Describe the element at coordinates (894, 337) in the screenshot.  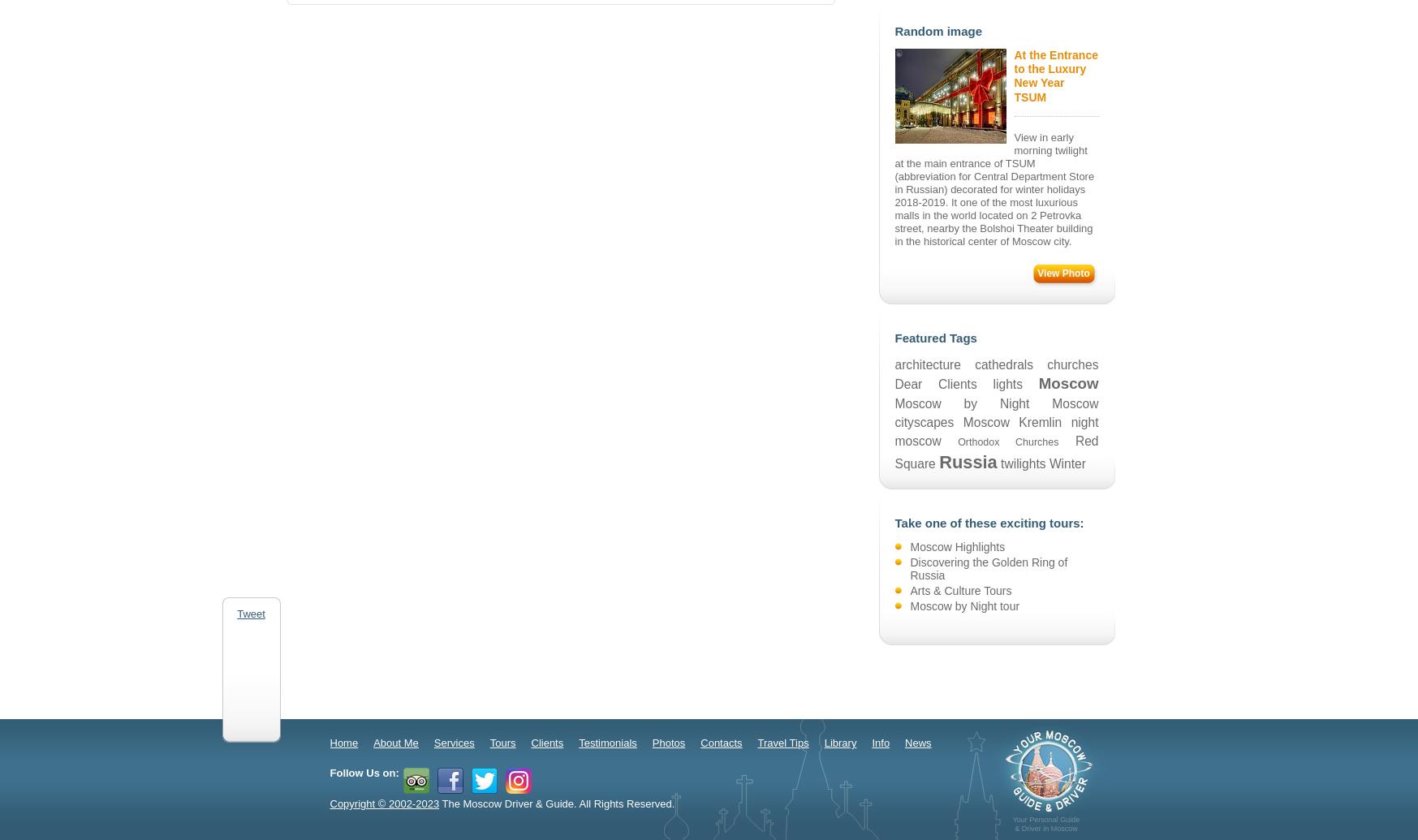
I see `'Featured Tags'` at that location.